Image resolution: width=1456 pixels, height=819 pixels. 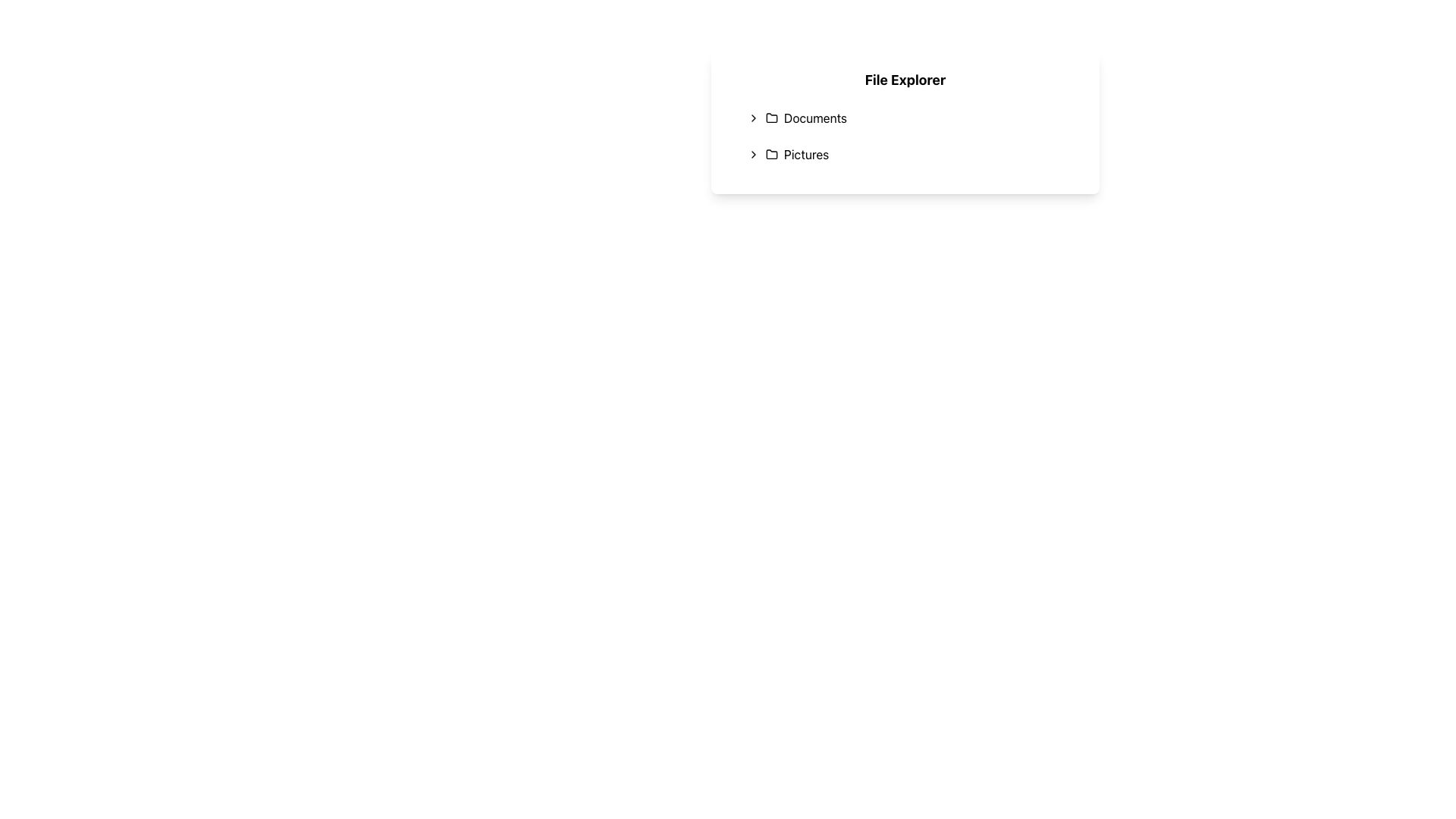 What do you see at coordinates (753, 117) in the screenshot?
I see `the Chevron icon button located in the 'Documents' entry` at bounding box center [753, 117].